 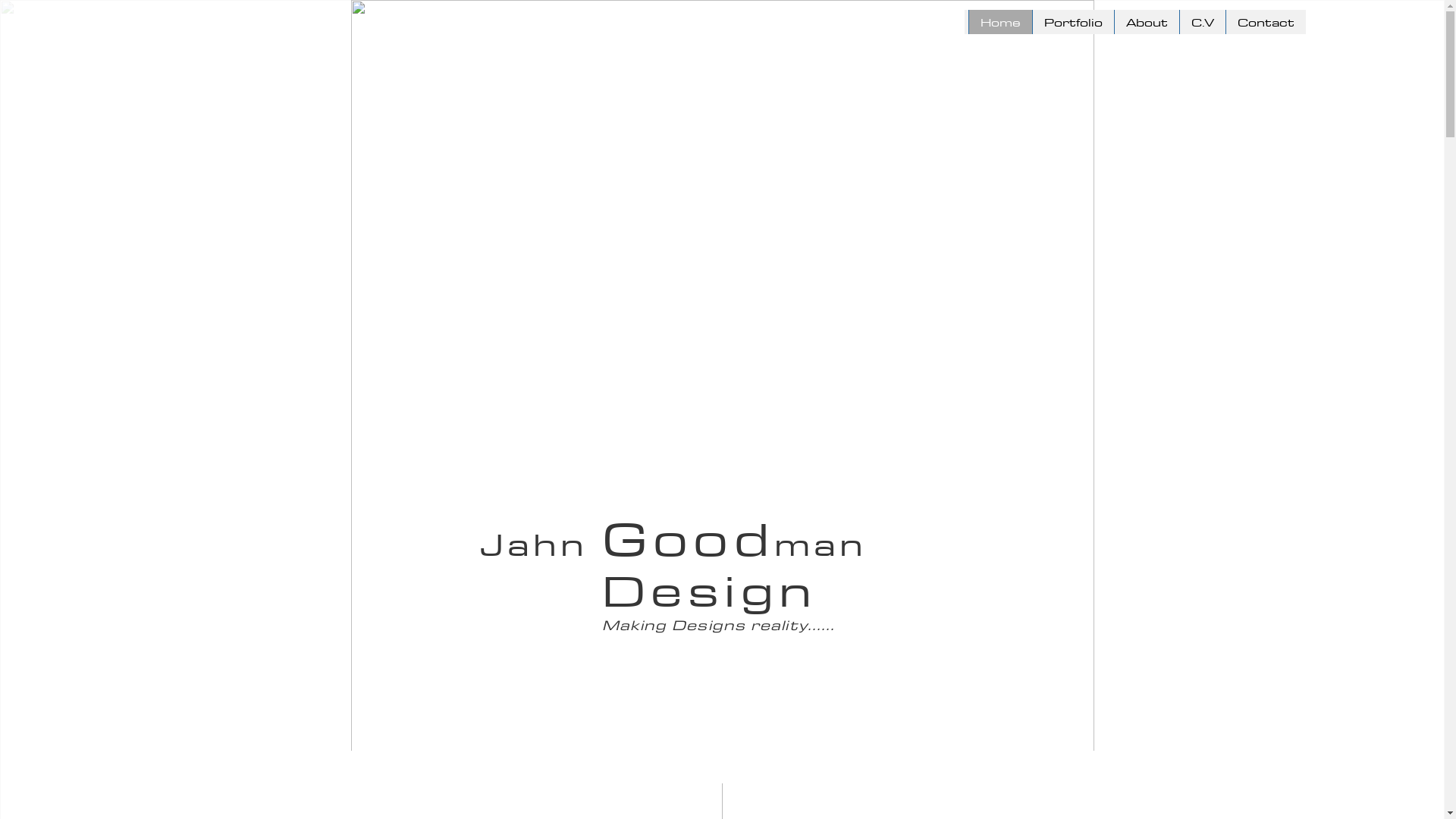 I want to click on 'Portfolio', so click(x=1072, y=22).